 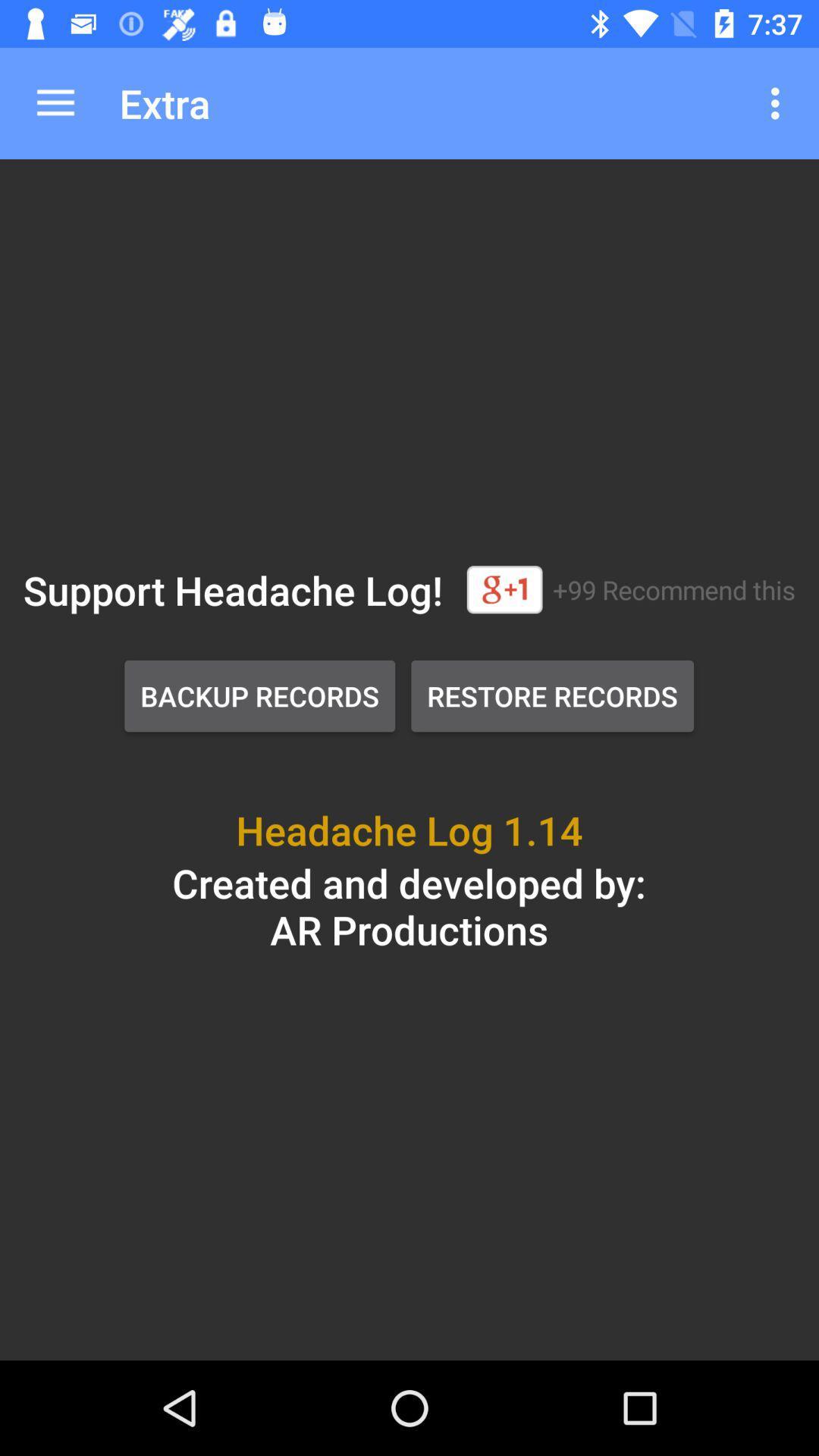 What do you see at coordinates (55, 102) in the screenshot?
I see `the app next to extra app` at bounding box center [55, 102].